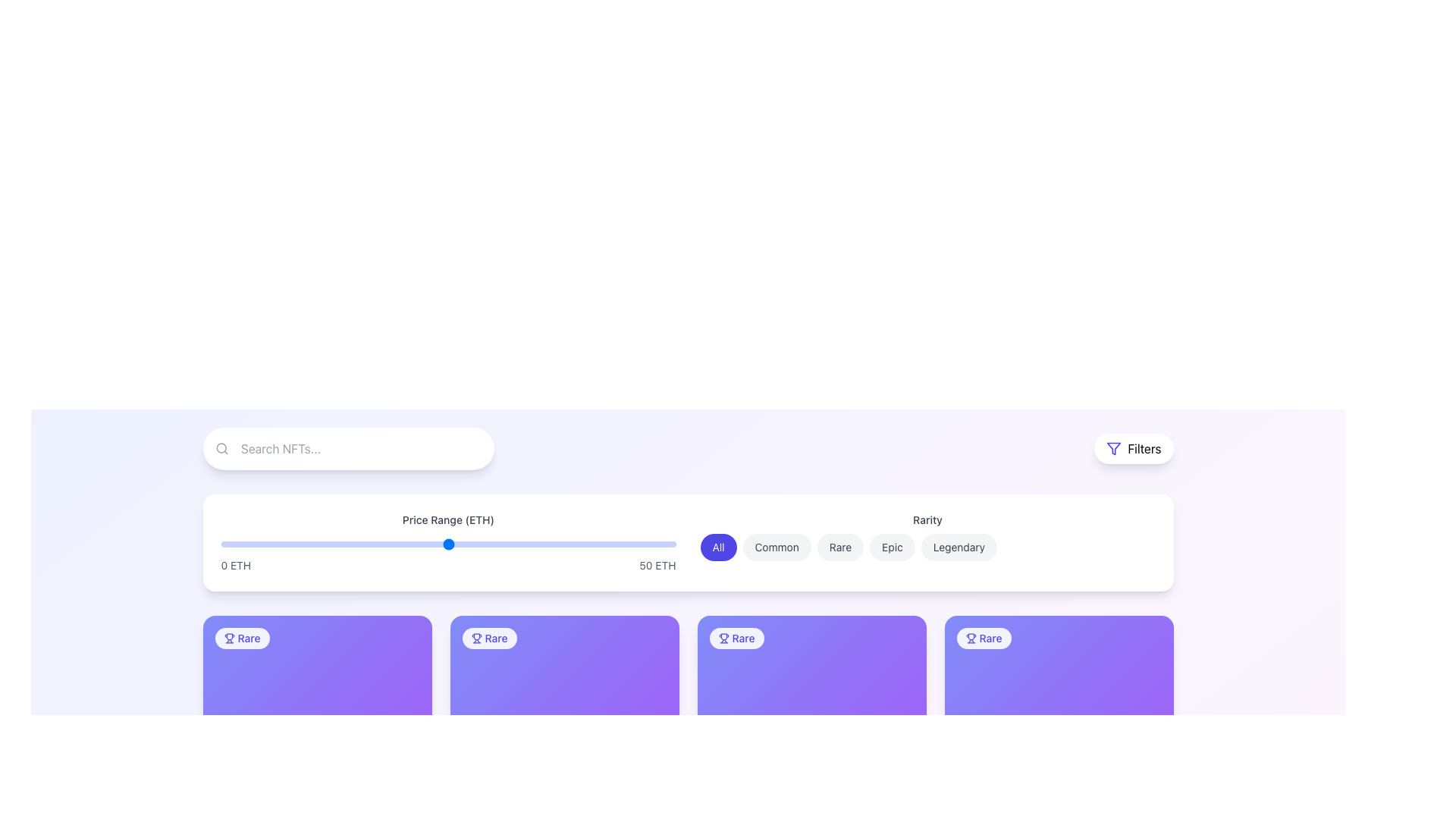 This screenshot has height=819, width=1456. What do you see at coordinates (447, 542) in the screenshot?
I see `the thumb of the 'Price Range (ETH)' slider` at bounding box center [447, 542].